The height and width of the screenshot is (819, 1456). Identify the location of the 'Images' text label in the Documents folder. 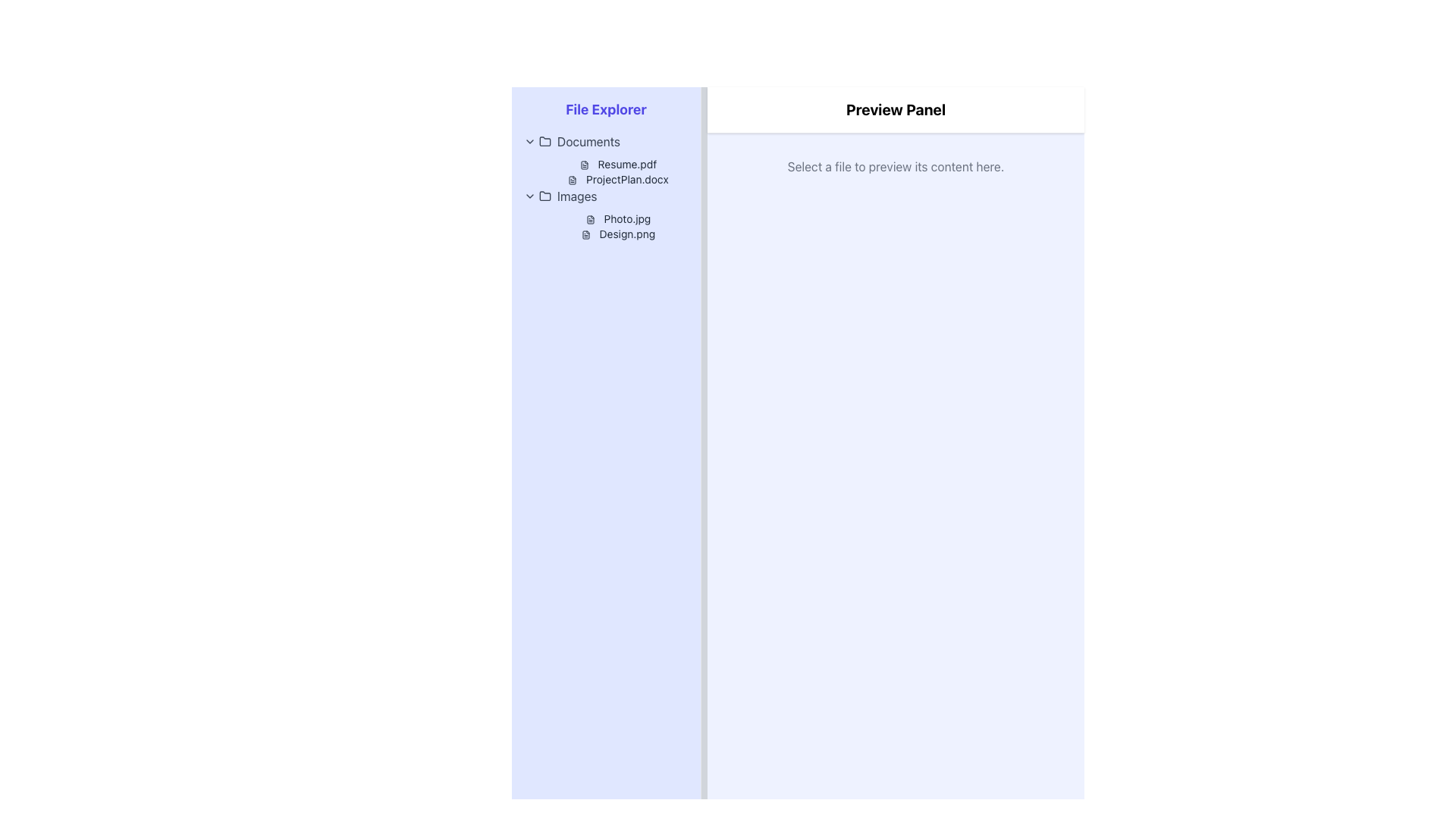
(576, 195).